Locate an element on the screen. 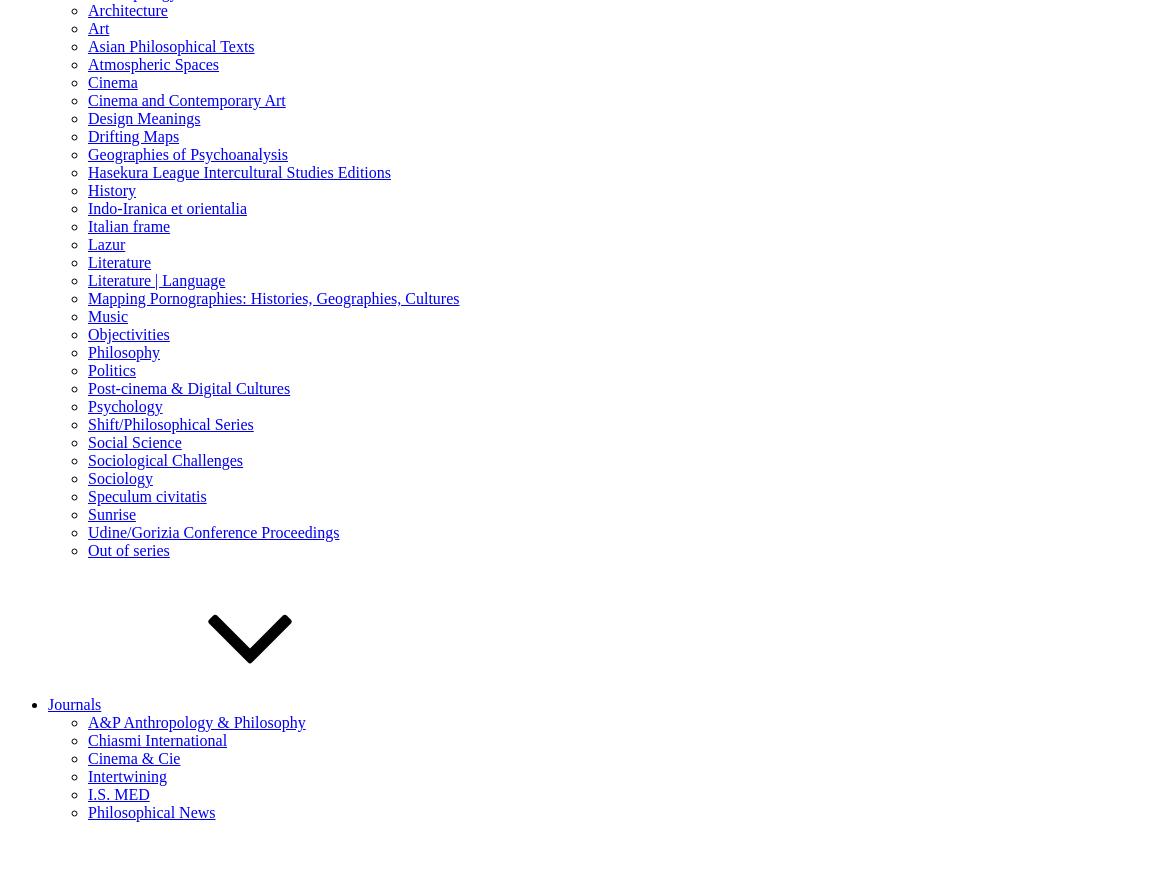 The image size is (1173, 874). 'Out of series' is located at coordinates (128, 549).